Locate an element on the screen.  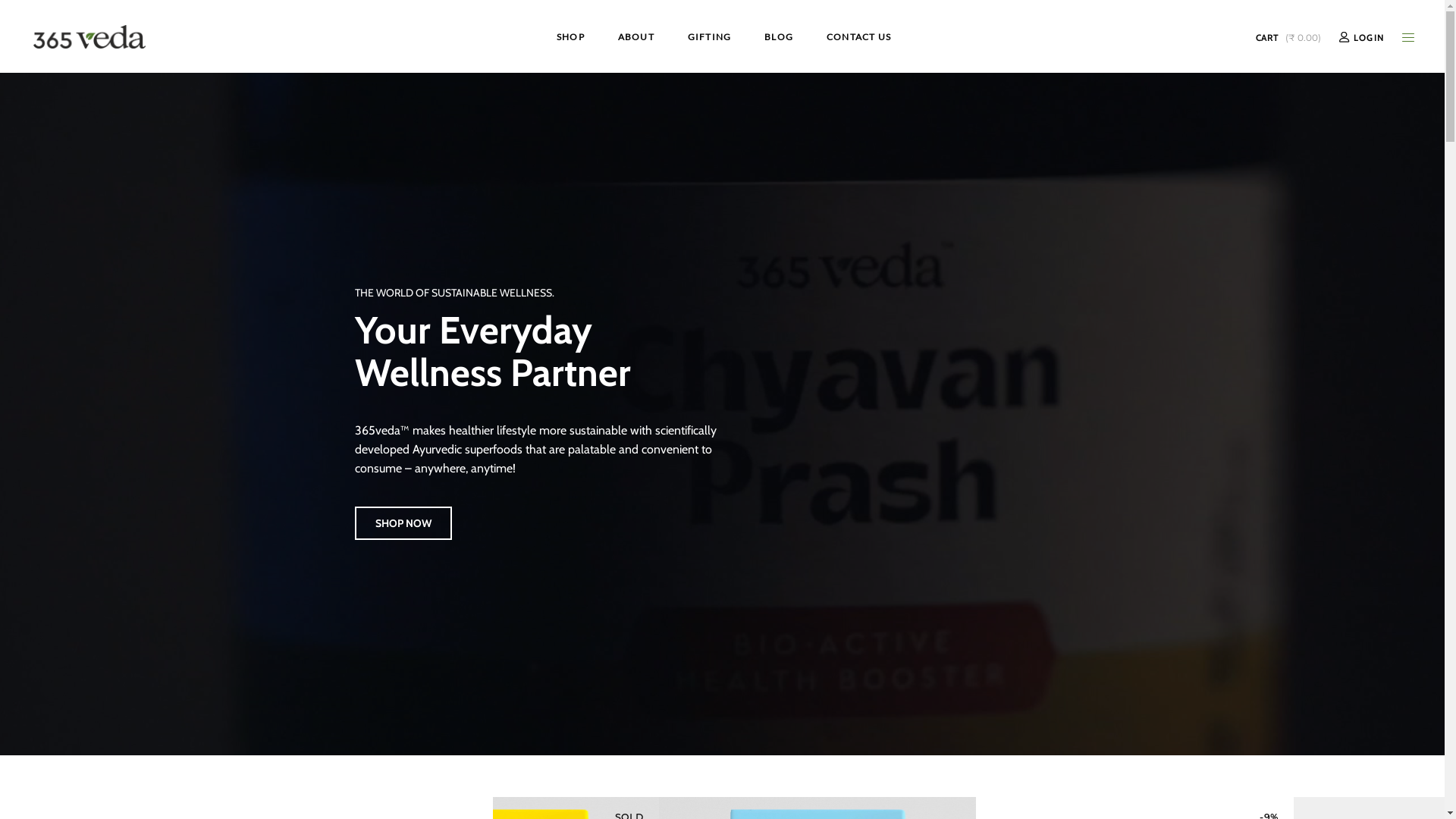
'LOGIN' is located at coordinates (1361, 36).